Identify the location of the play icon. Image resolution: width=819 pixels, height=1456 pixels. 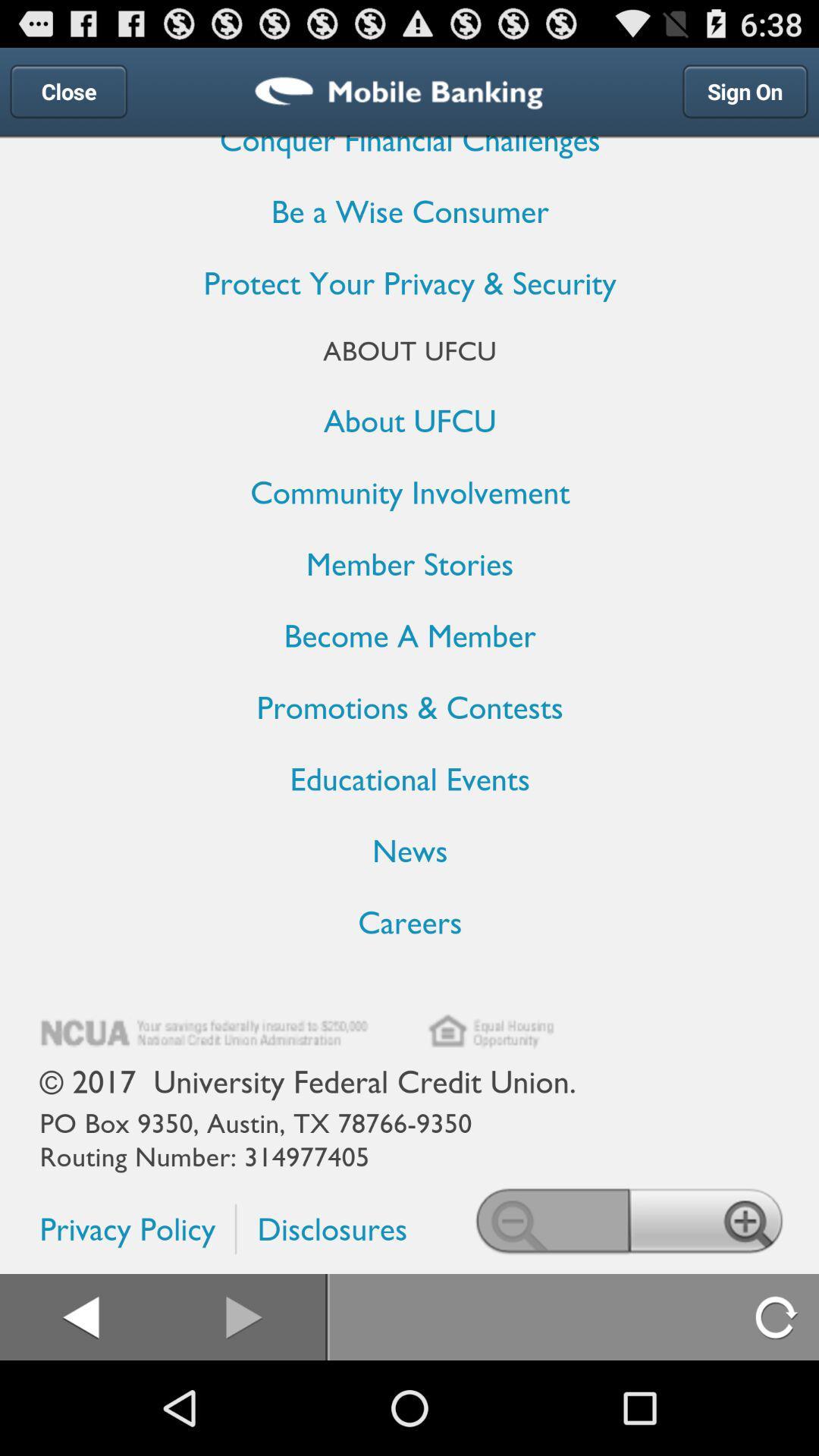
(244, 1409).